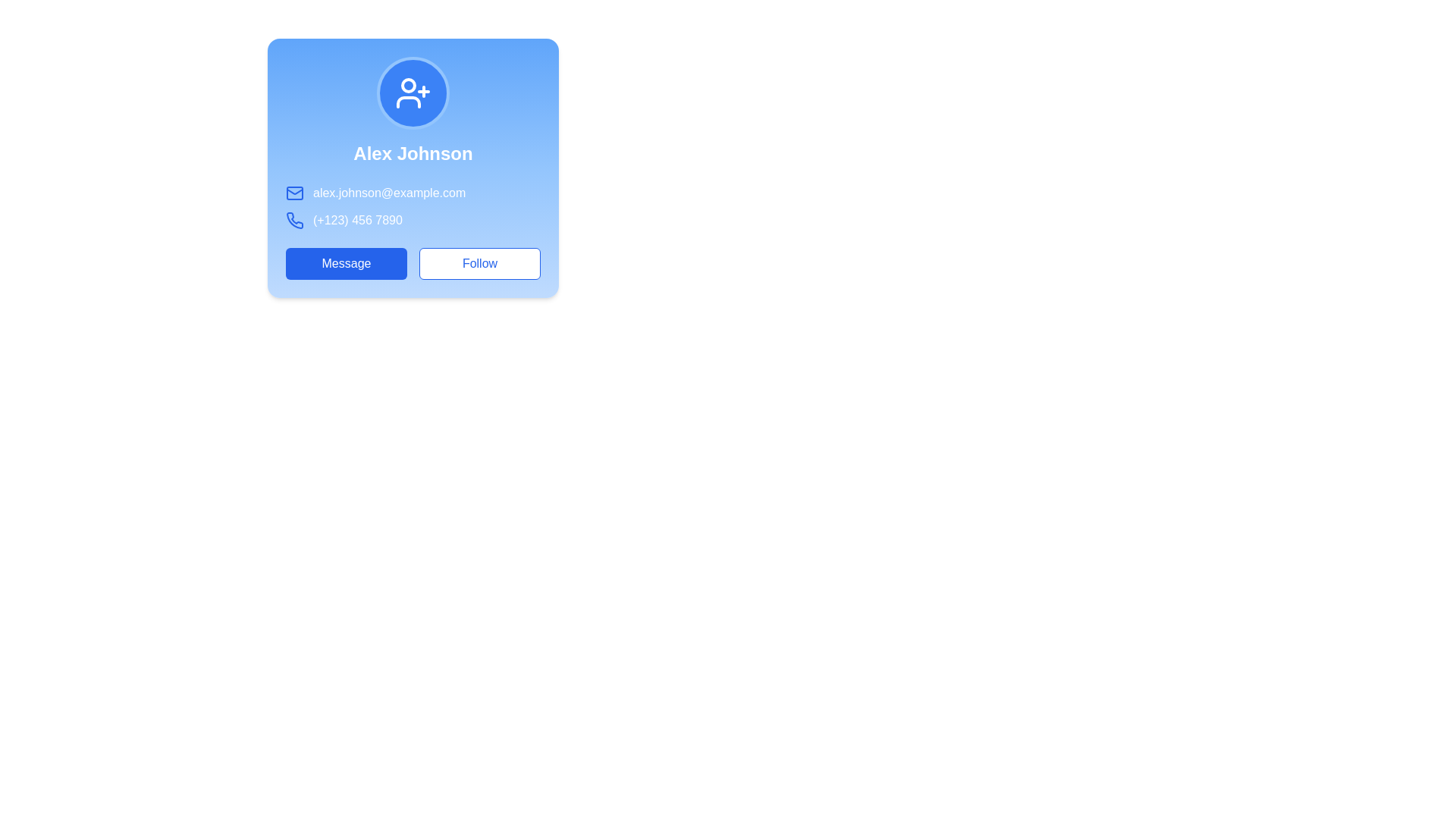 The width and height of the screenshot is (1456, 819). What do you see at coordinates (294, 220) in the screenshot?
I see `the phone number icon located to the left of the phone number '(+123) 456 7890' in the contact details region` at bounding box center [294, 220].